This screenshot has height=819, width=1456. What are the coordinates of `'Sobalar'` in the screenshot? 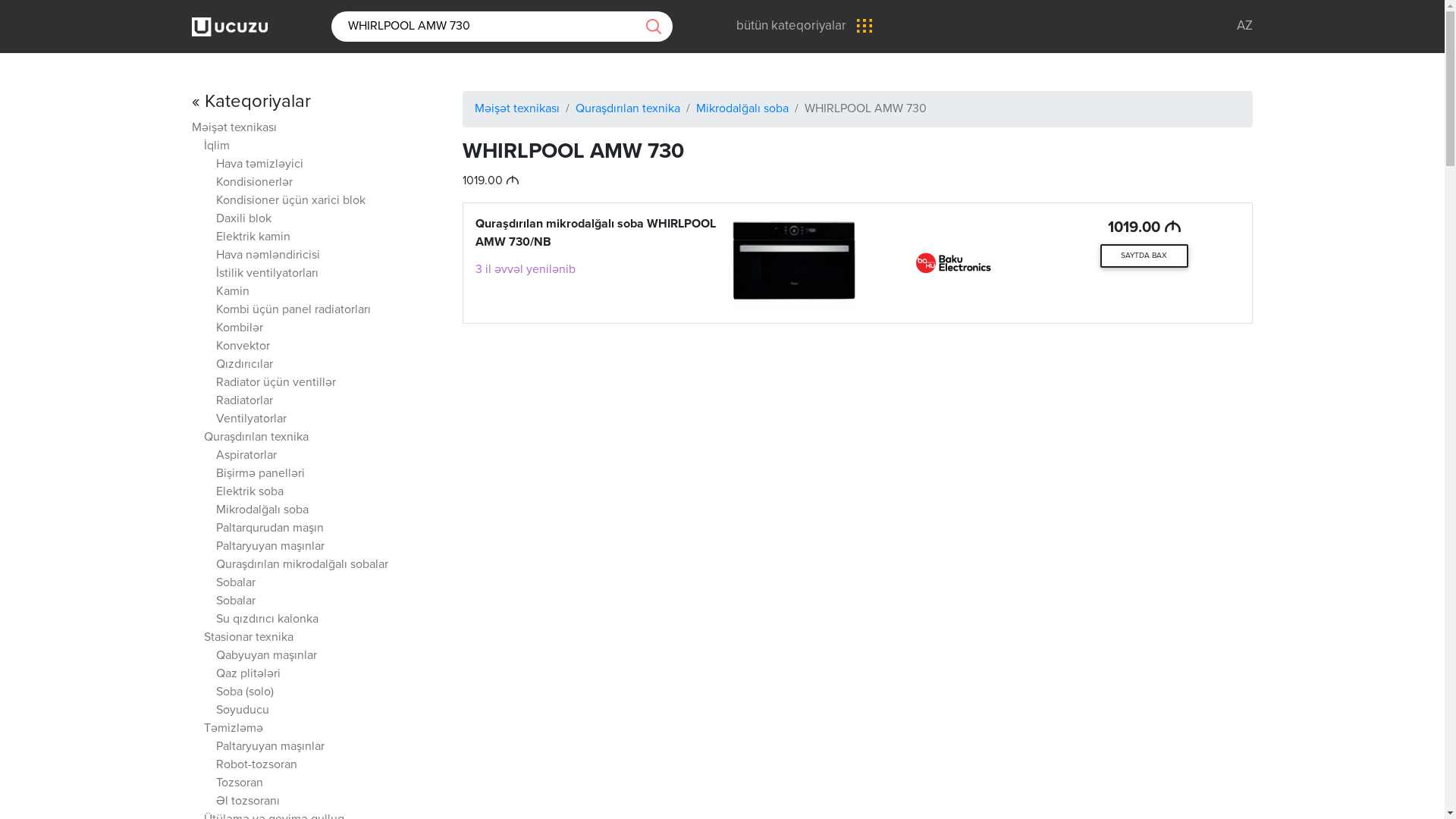 It's located at (235, 601).